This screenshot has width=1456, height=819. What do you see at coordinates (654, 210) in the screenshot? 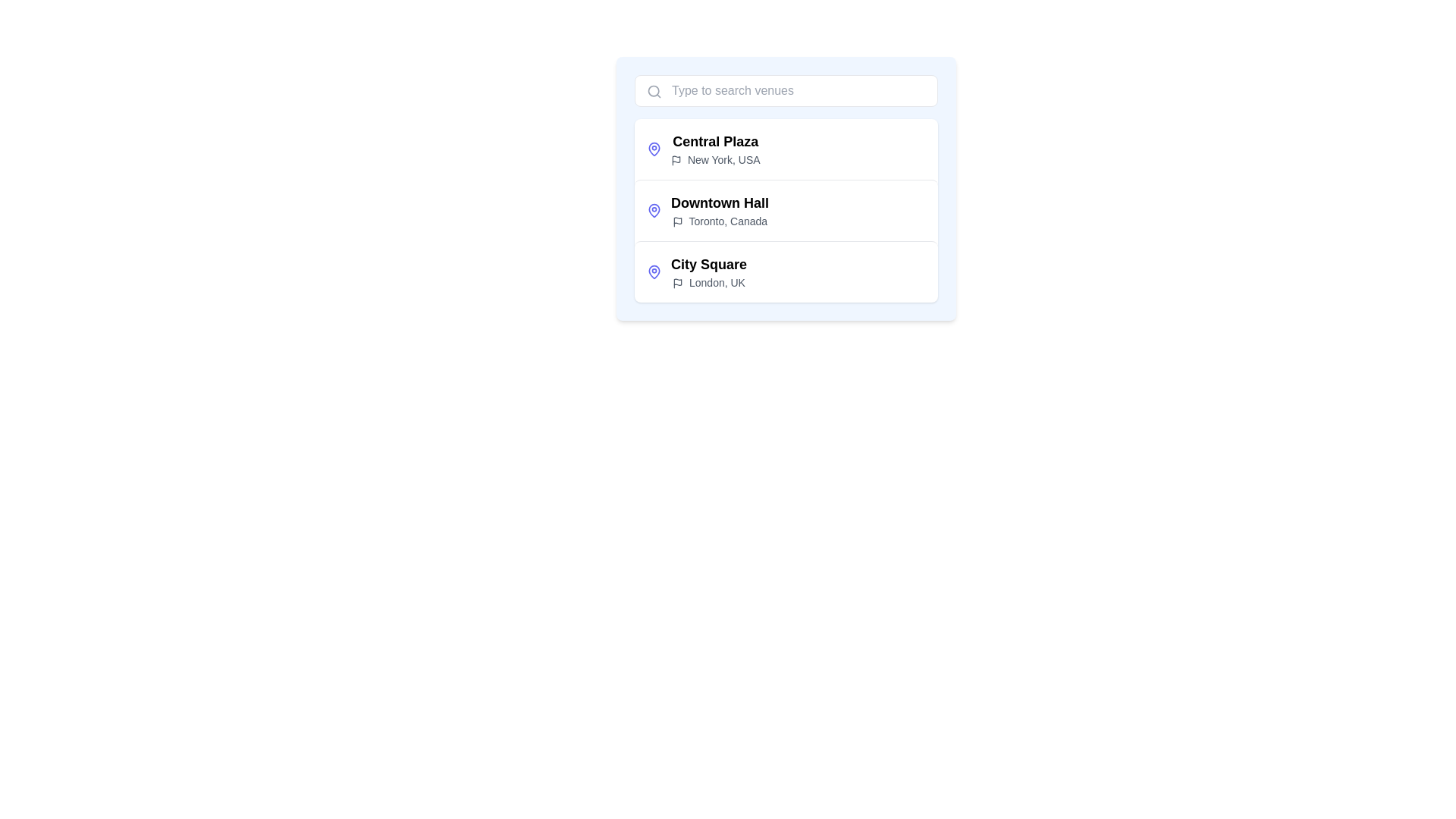
I see `the small, circular map pin icon with a white outline and blue fill located to the left of 'Downtown Hall'` at bounding box center [654, 210].